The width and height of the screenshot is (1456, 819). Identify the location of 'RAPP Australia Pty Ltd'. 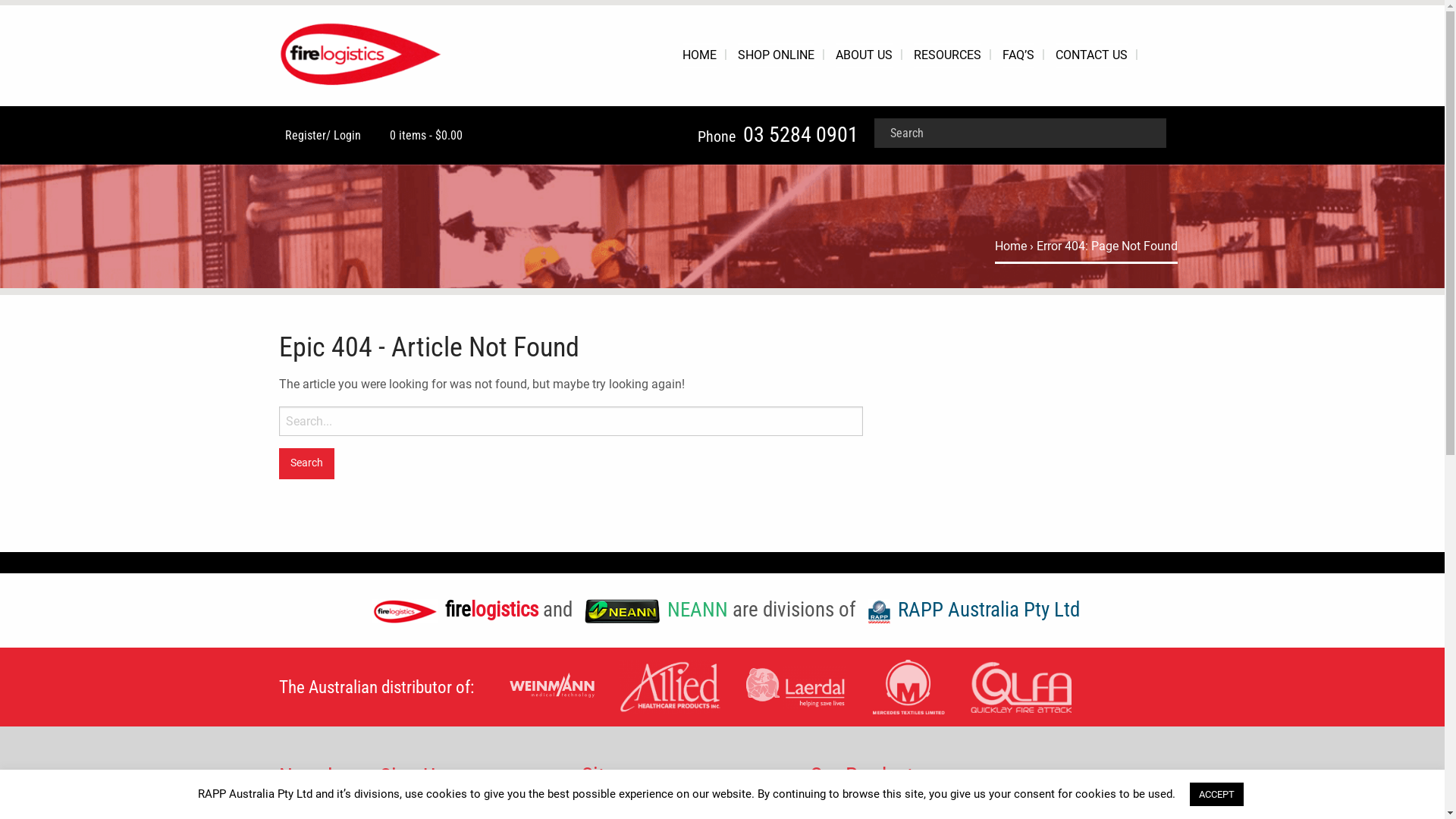
(969, 608).